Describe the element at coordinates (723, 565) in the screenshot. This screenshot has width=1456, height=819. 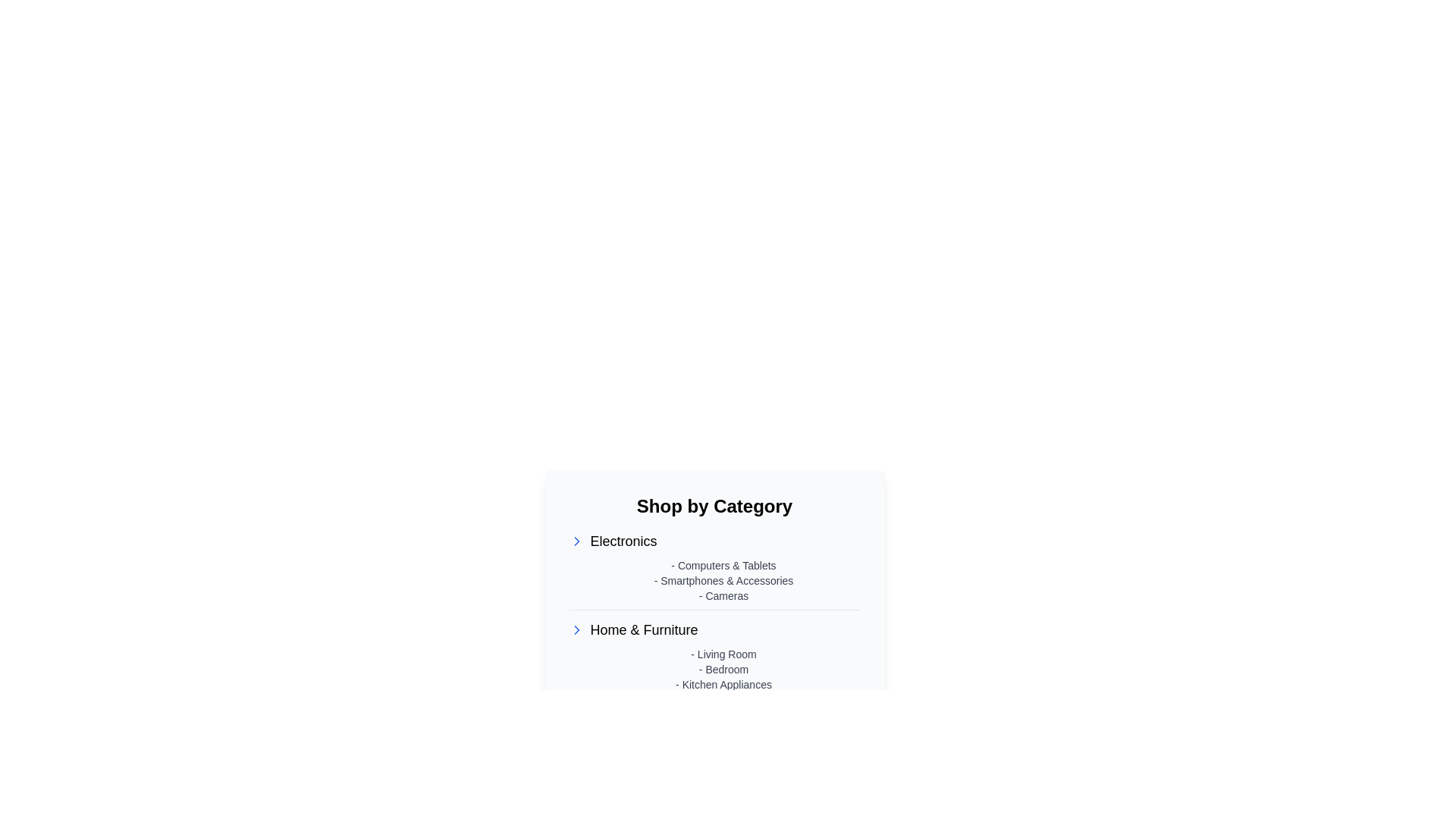
I see `the text label displaying '- Computers & Tablets'` at that location.